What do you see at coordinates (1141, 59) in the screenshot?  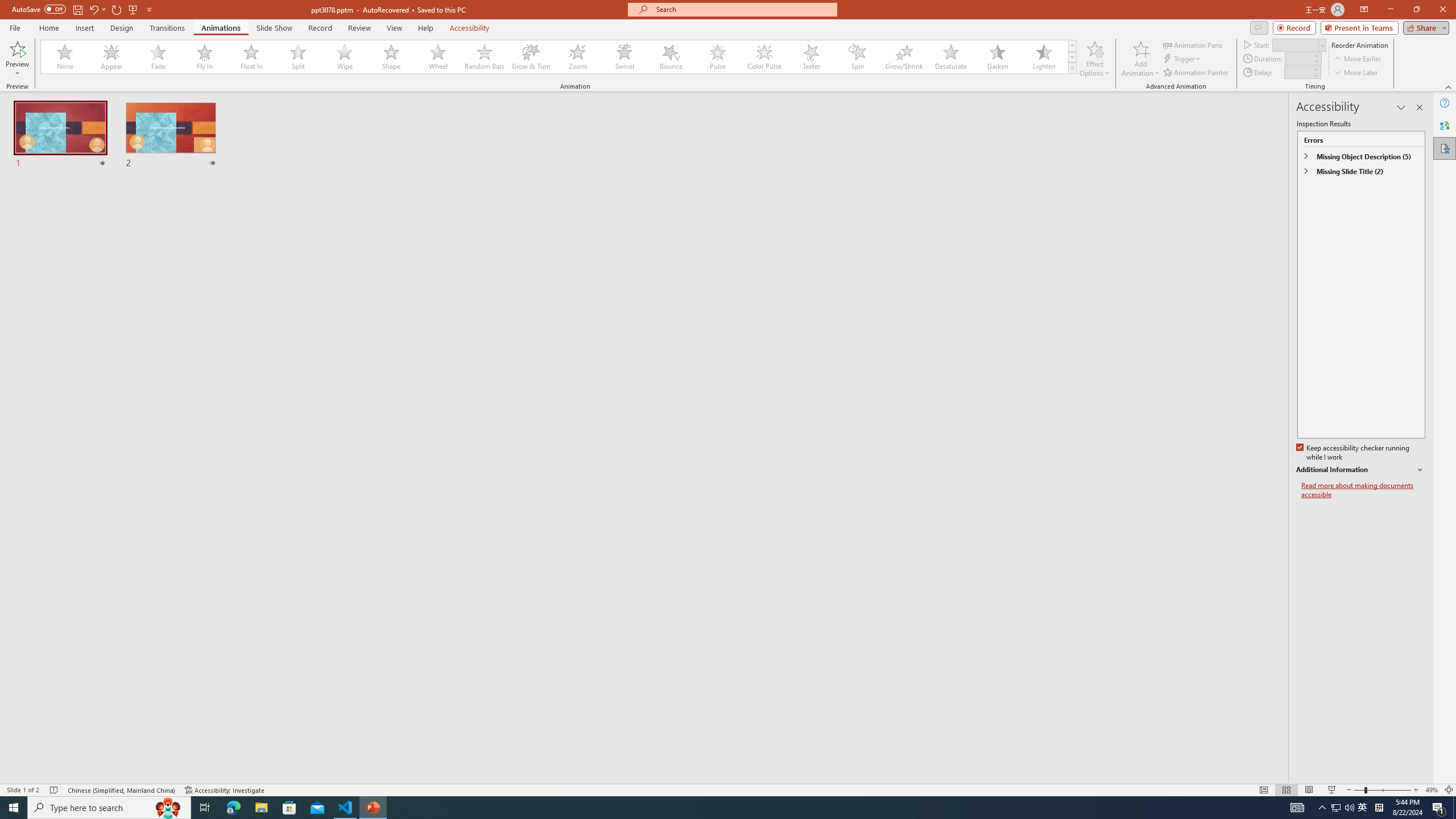 I see `'Add Animation'` at bounding box center [1141, 59].